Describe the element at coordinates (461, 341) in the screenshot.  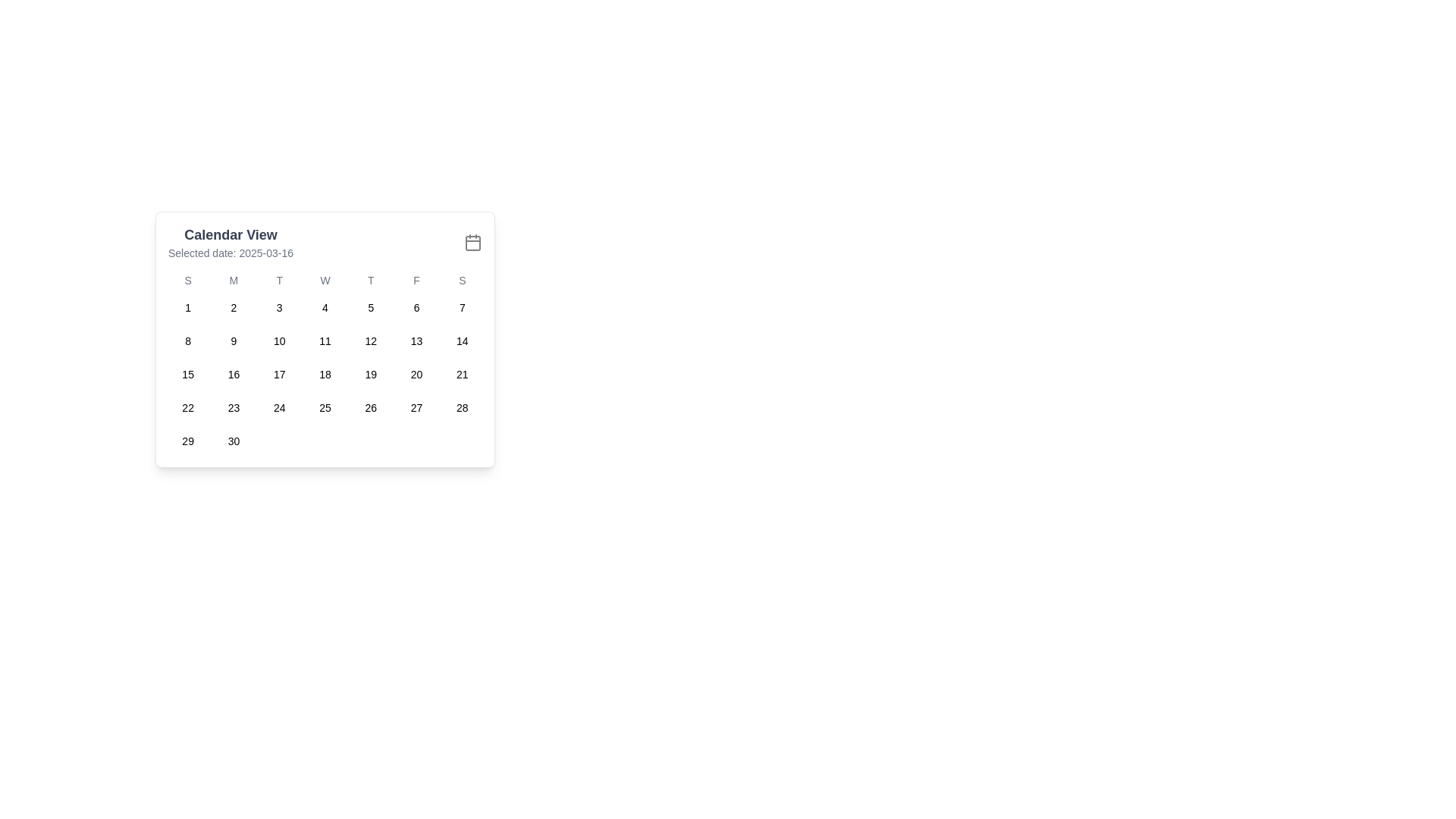
I see `the Calendar Day Cell displaying the number '14', which is positioned in the third row and seventh column of the grid under the 'Calendar View' section` at that location.